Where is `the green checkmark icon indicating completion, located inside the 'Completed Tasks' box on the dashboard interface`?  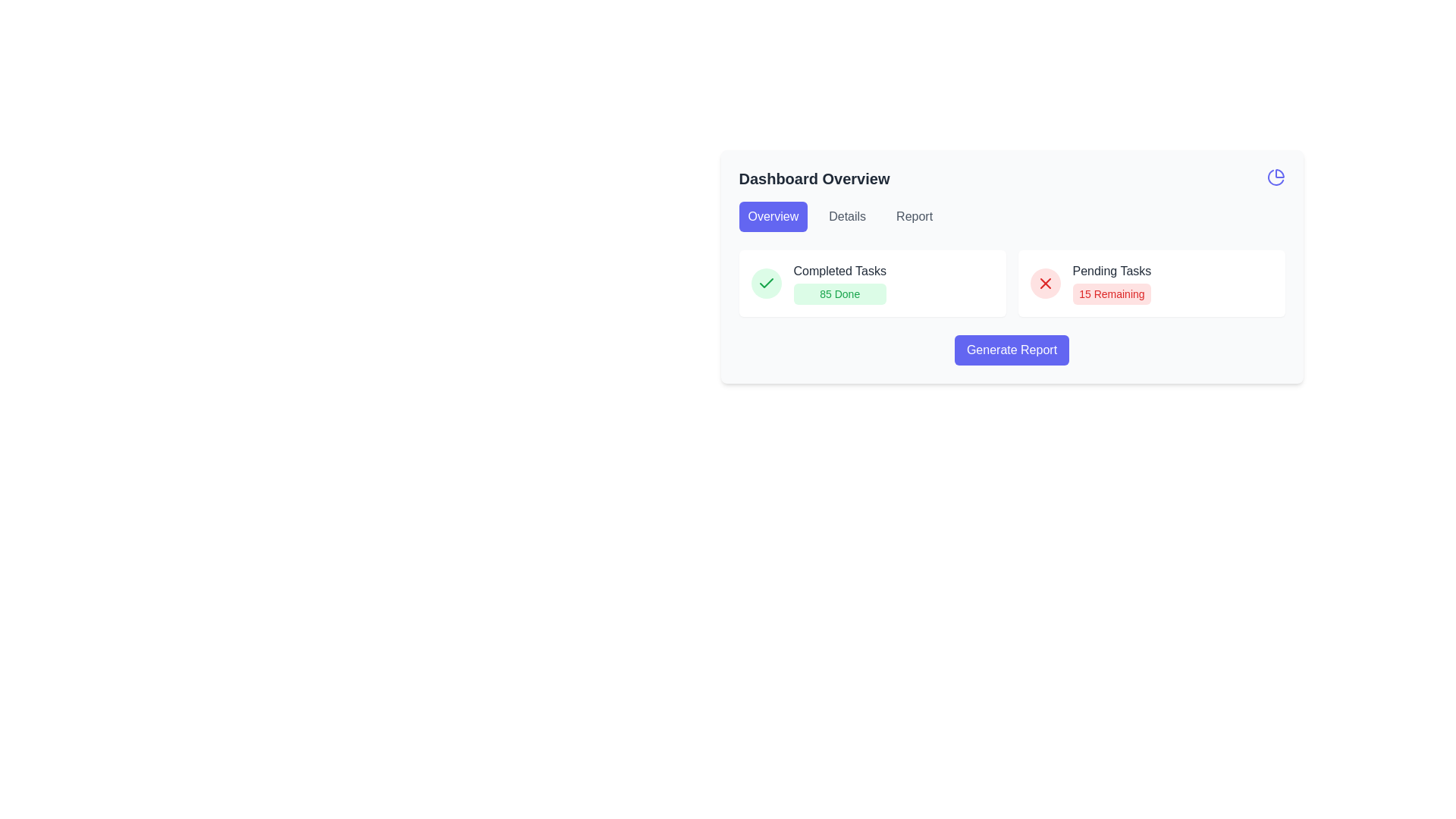
the green checkmark icon indicating completion, located inside the 'Completed Tasks' box on the dashboard interface is located at coordinates (766, 283).